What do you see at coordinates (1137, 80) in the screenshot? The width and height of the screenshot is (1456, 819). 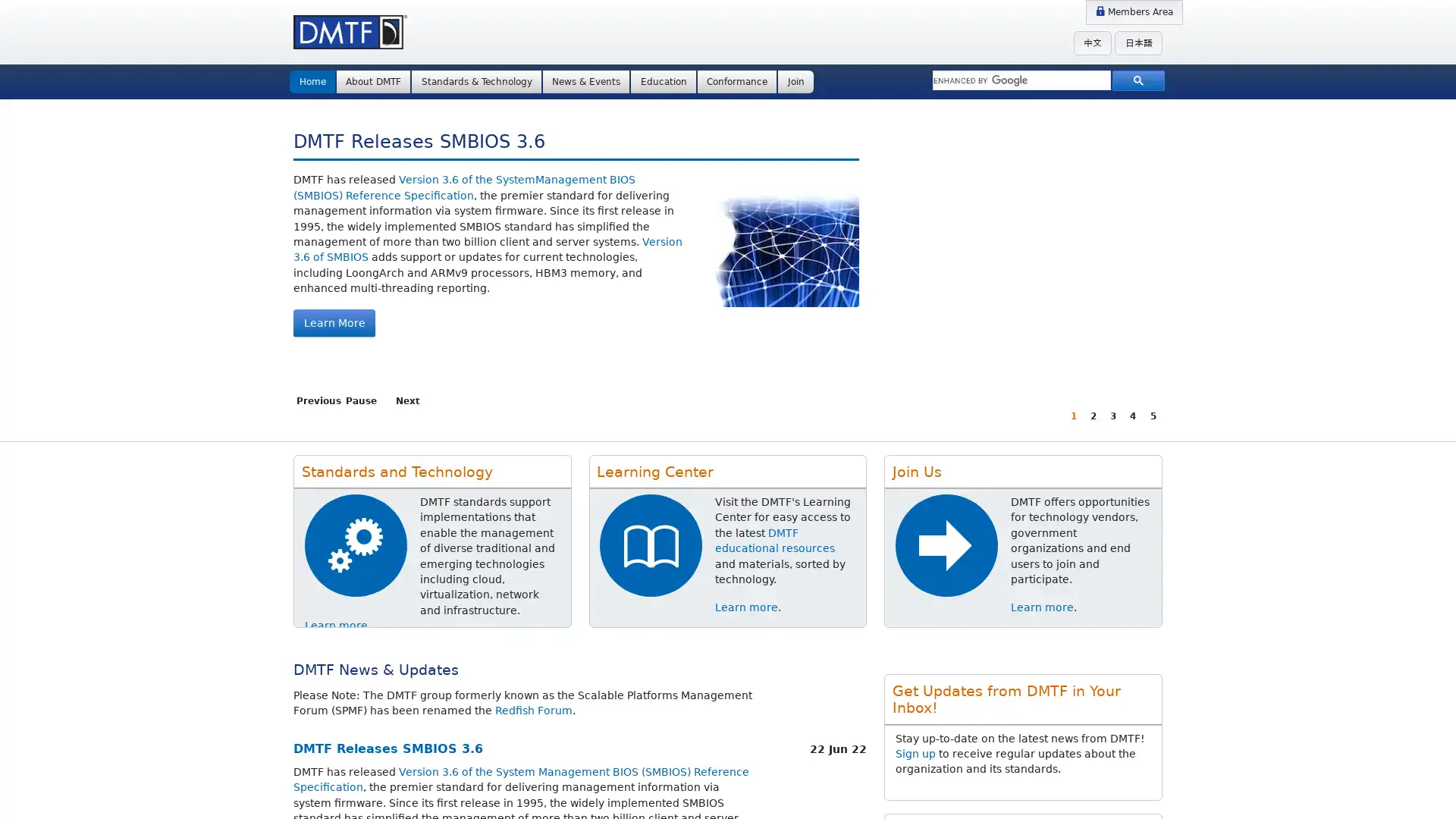 I see `search` at bounding box center [1137, 80].